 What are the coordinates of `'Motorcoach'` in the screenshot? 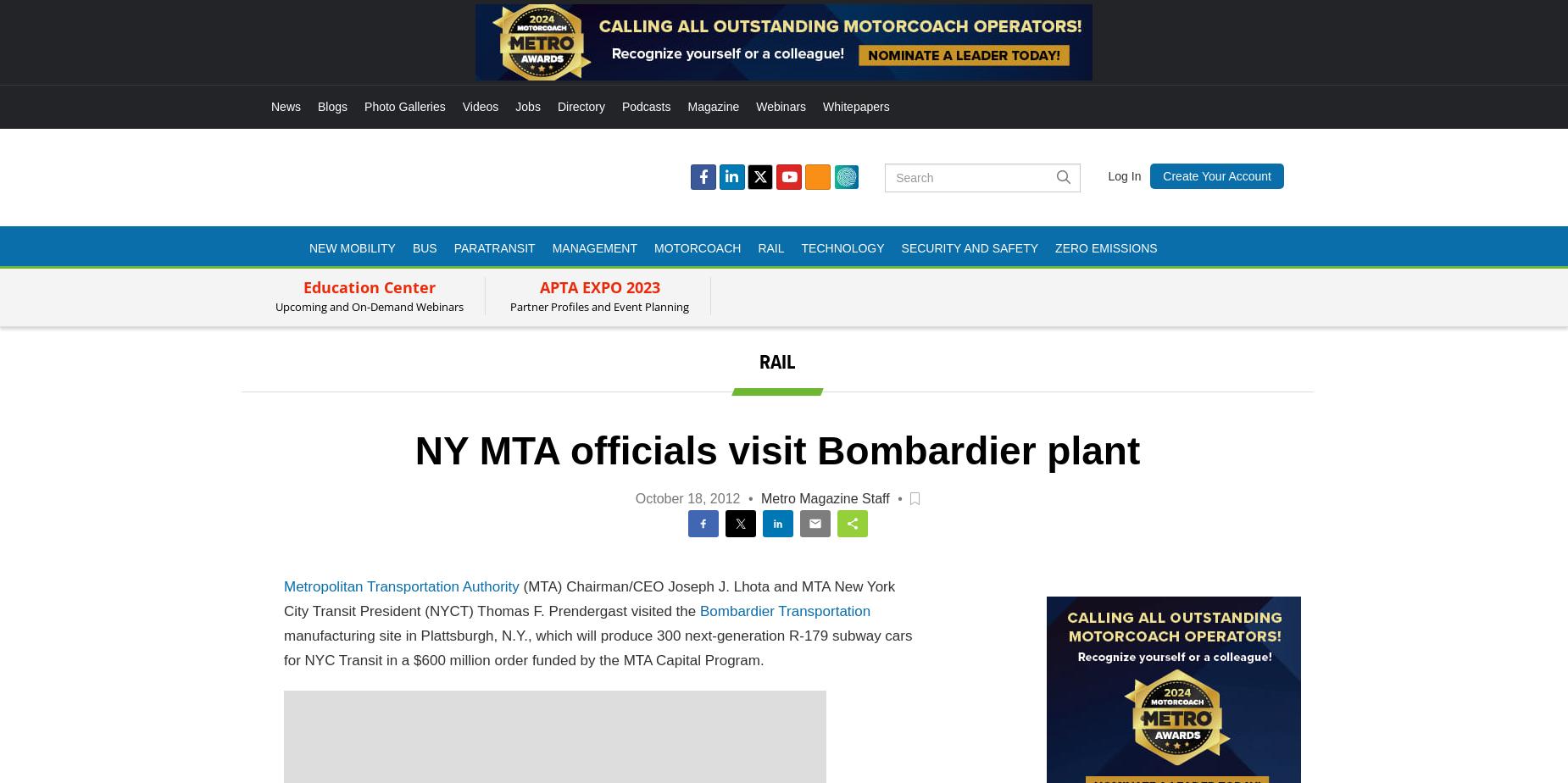 It's located at (653, 247).